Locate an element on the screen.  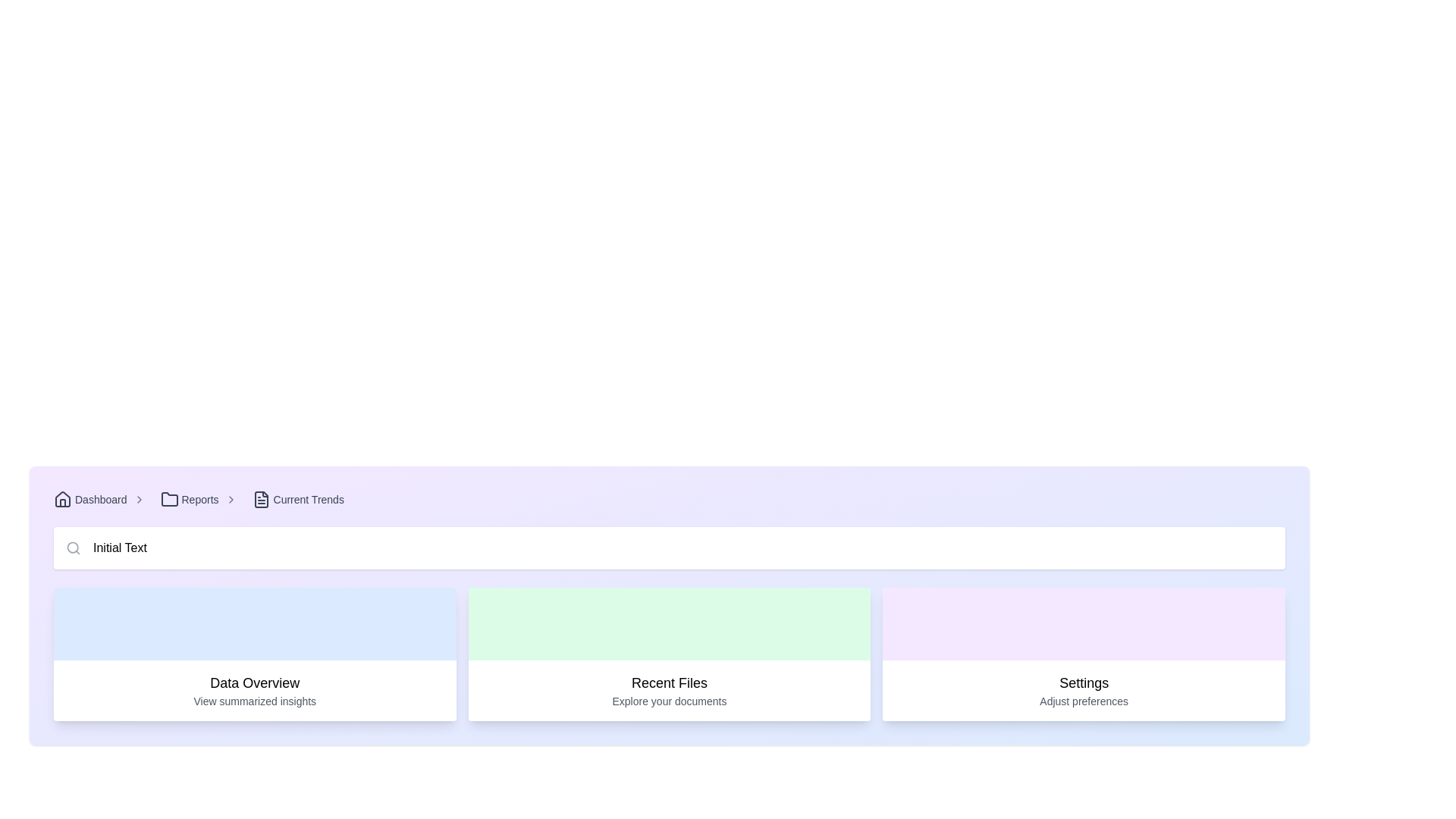
text within the search bar input field that has a white background, rounded corners, and an outlined magnifying glass icon, positioned below the breadcrumb section 'Dashboard > Reports > Current Trends' is located at coordinates (669, 548).